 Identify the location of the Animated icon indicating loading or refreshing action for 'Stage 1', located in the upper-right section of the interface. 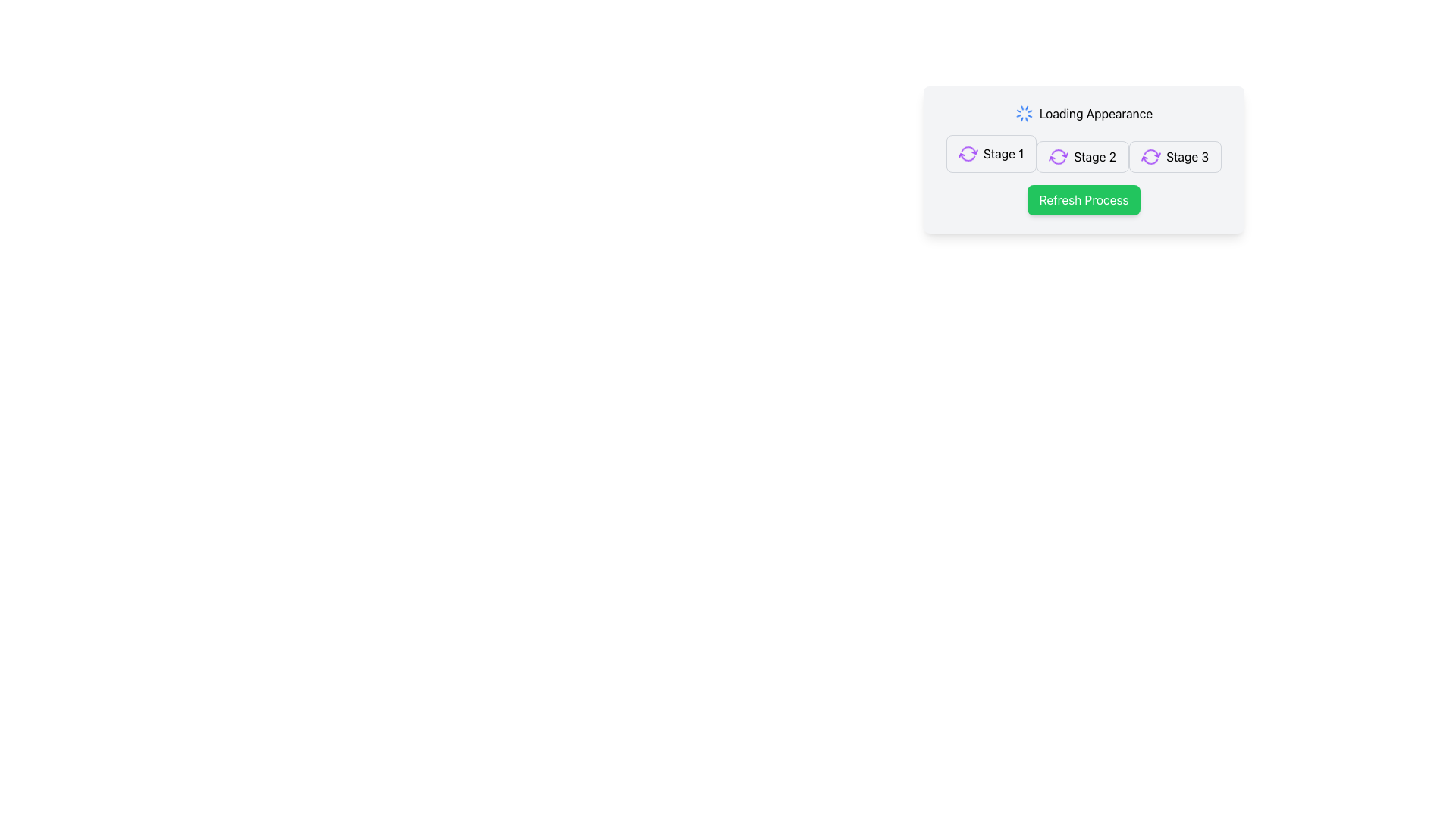
(967, 154).